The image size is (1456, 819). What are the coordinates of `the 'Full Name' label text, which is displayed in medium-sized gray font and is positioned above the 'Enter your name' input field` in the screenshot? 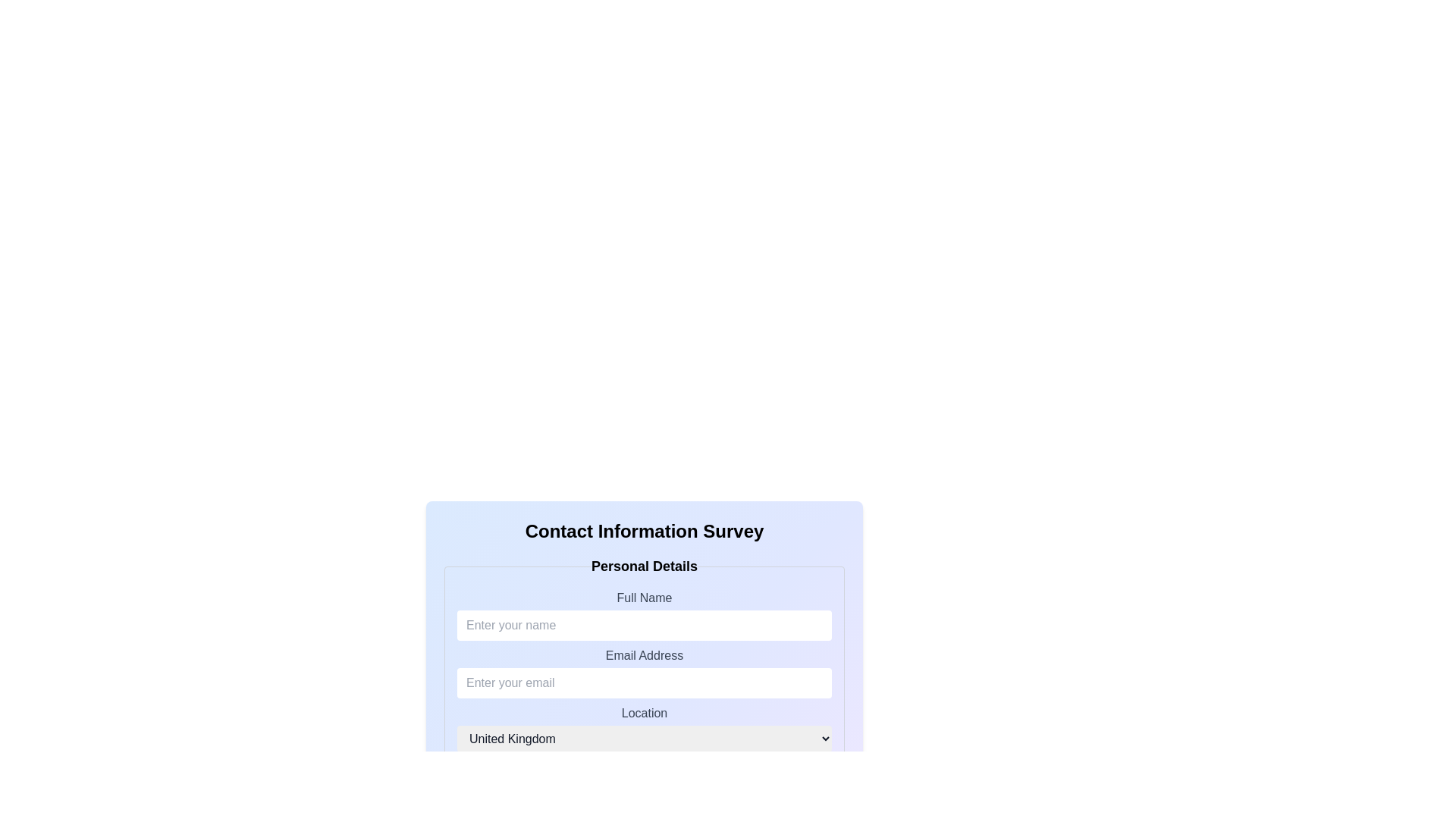 It's located at (644, 597).